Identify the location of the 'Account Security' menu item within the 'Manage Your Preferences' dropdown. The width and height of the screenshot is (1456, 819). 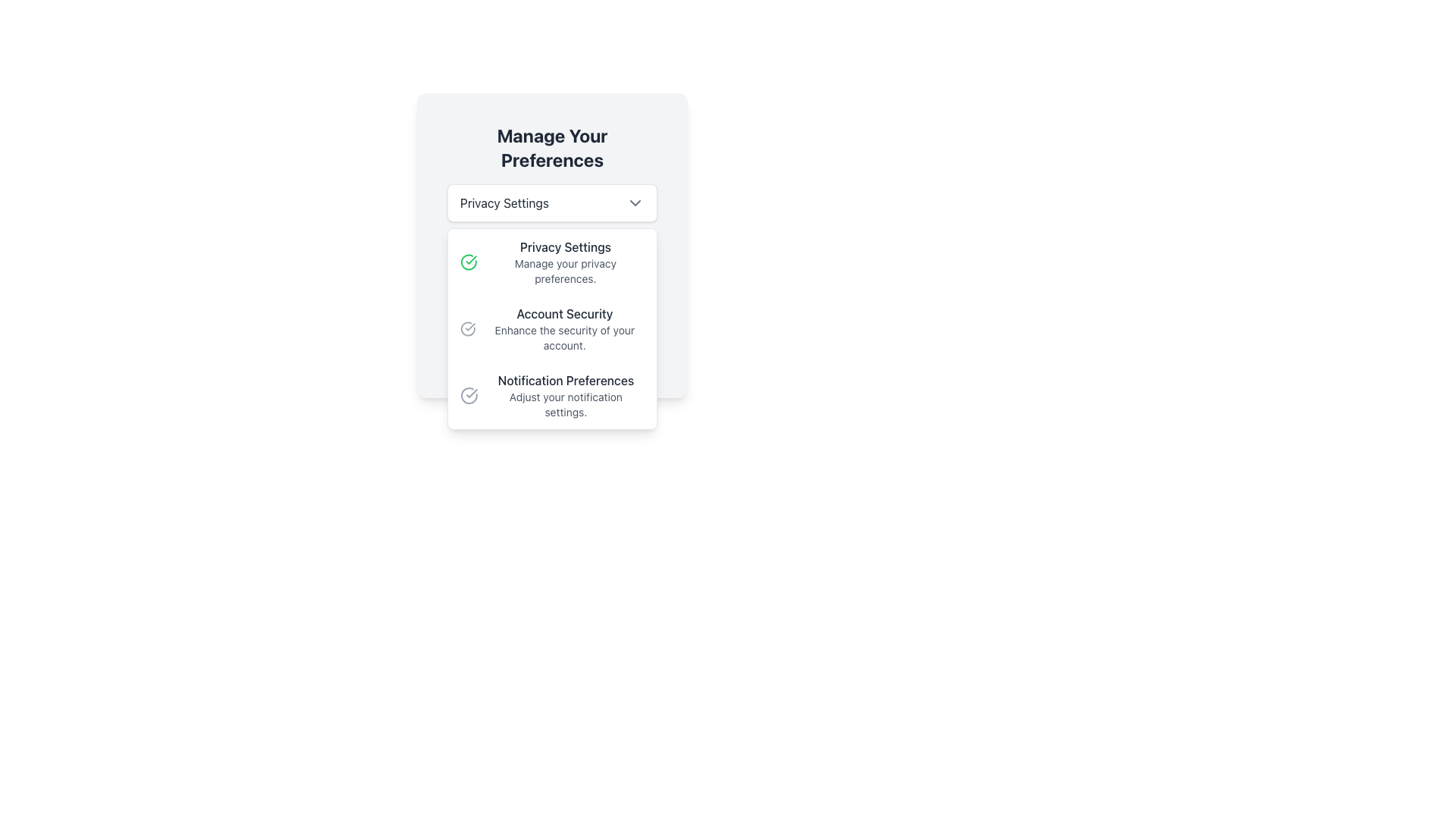
(551, 328).